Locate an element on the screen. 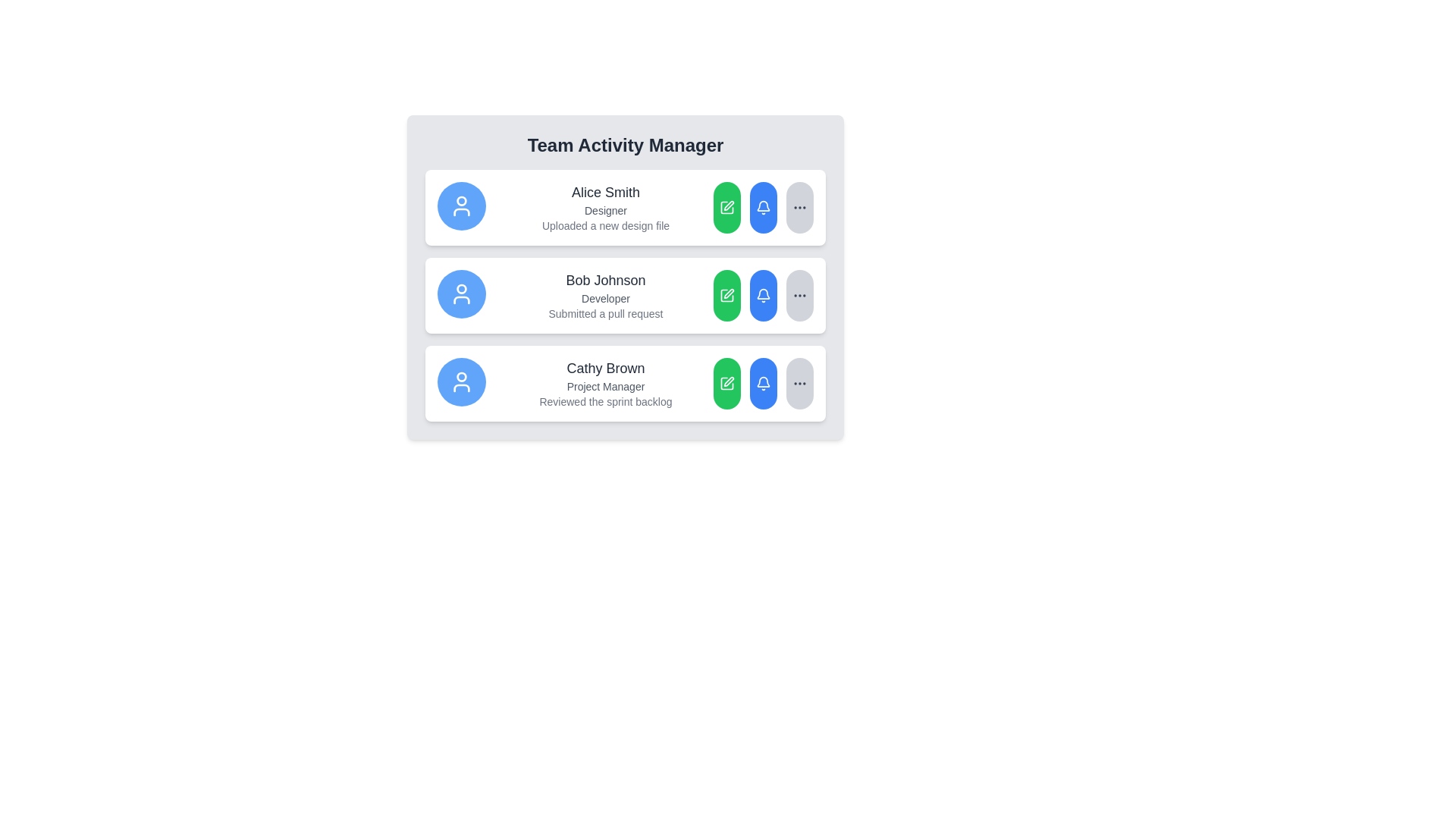  the round green button with a white pen icon for 'Cathy Brown' is located at coordinates (726, 382).